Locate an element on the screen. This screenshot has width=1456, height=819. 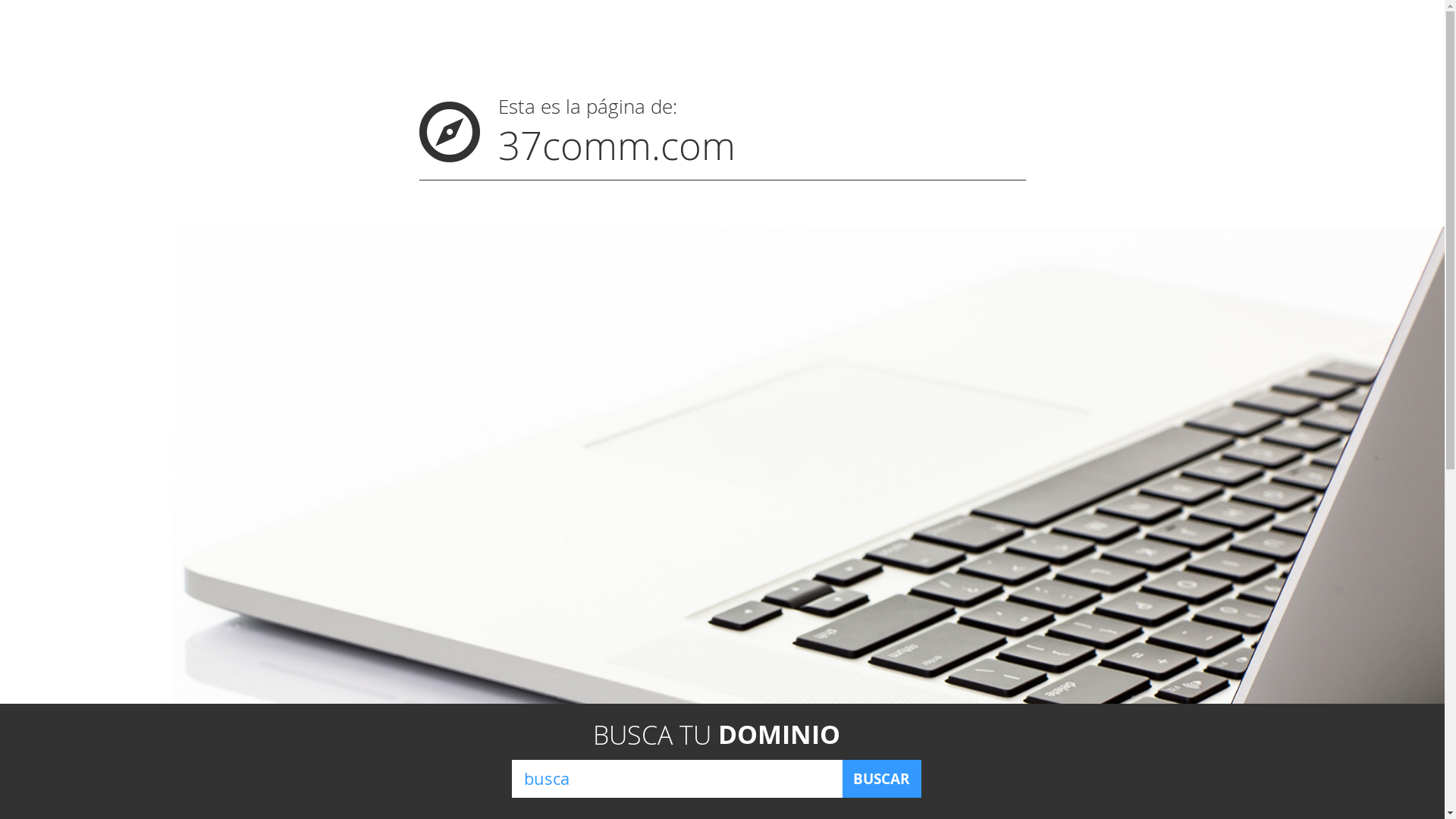
'BUSCAR' is located at coordinates (880, 778).